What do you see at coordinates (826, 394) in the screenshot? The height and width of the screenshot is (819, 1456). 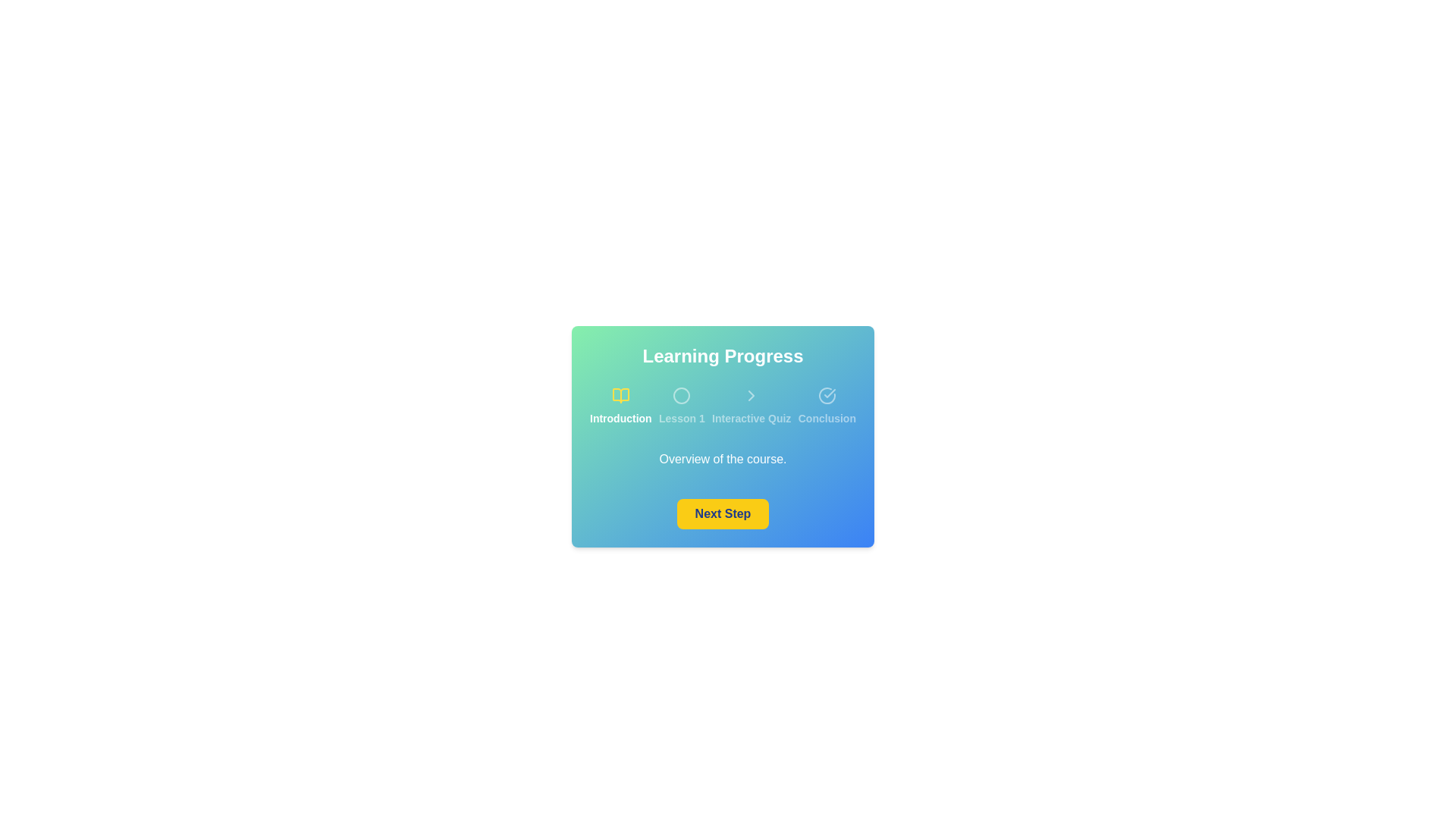 I see `the fourth milestone indicator, which is a circular checkmark icon styled with a thin stroke and displayed in white color, located at the top-right segment of the summary card above the label 'Conclusion'` at bounding box center [826, 394].